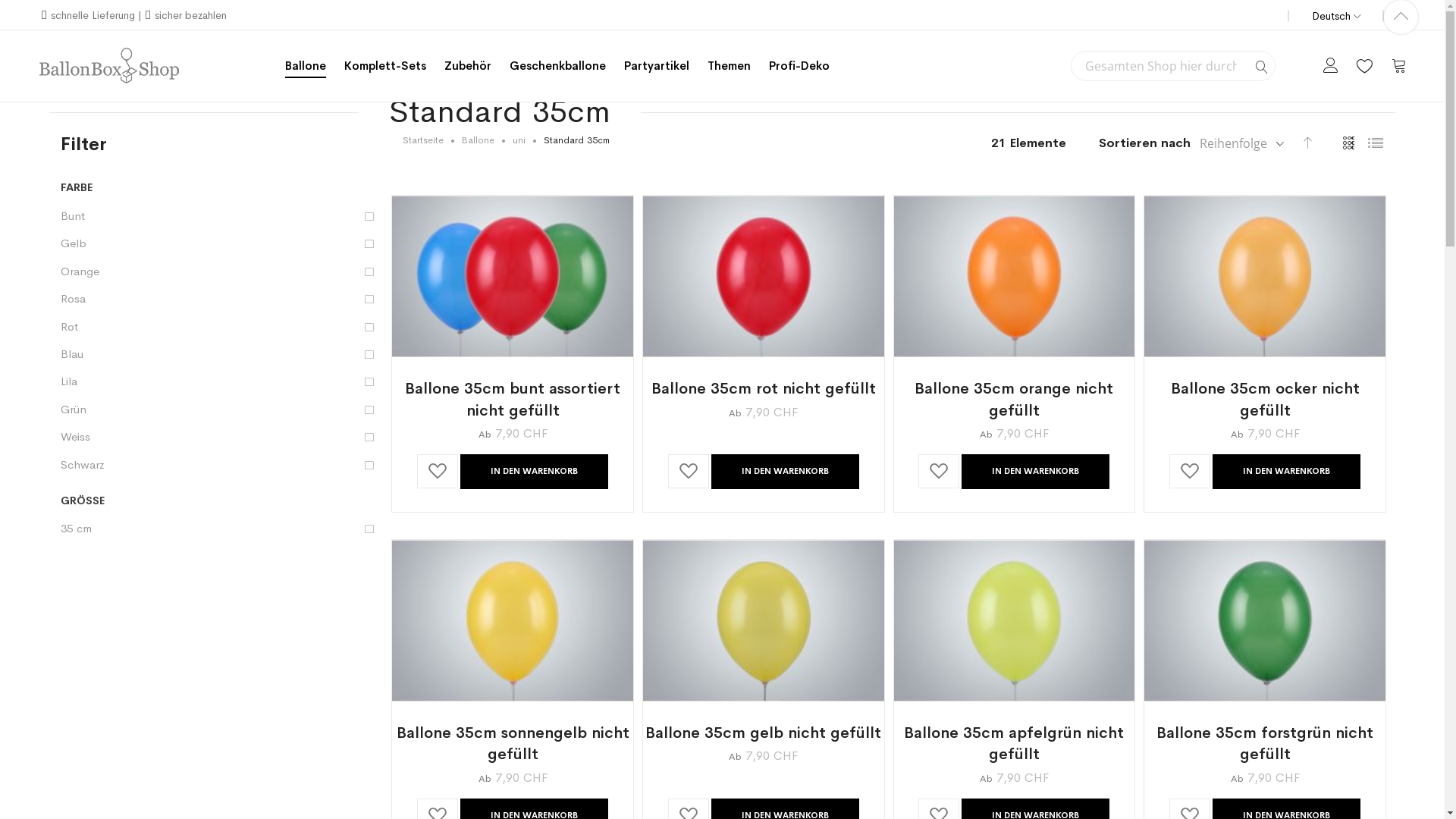 The width and height of the screenshot is (1456, 819). Describe the element at coordinates (37, 65) in the screenshot. I see `'Ballon Box'` at that location.